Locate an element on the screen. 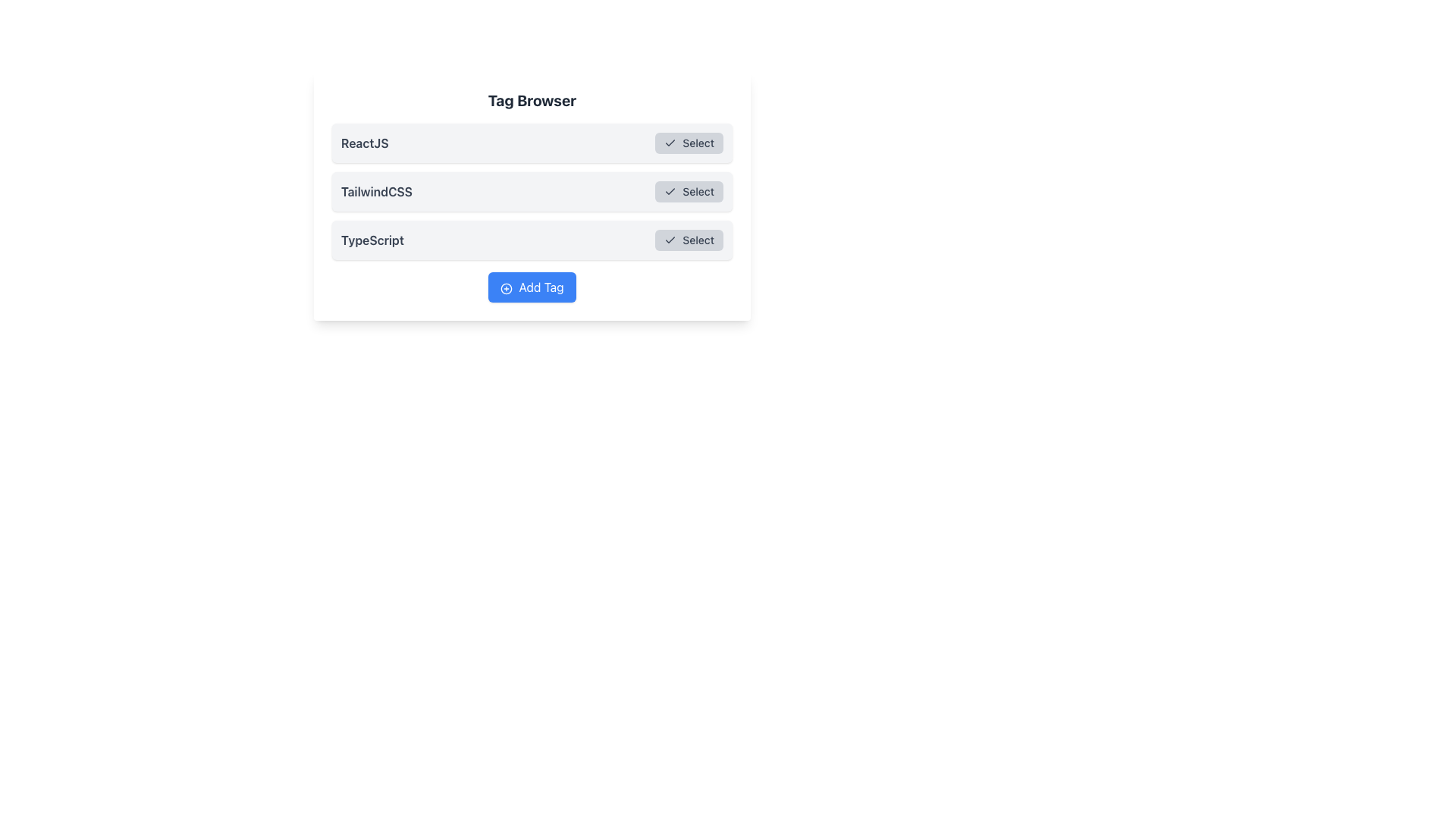  the highlighted row labeled 'TailwindCSS' is located at coordinates (532, 191).